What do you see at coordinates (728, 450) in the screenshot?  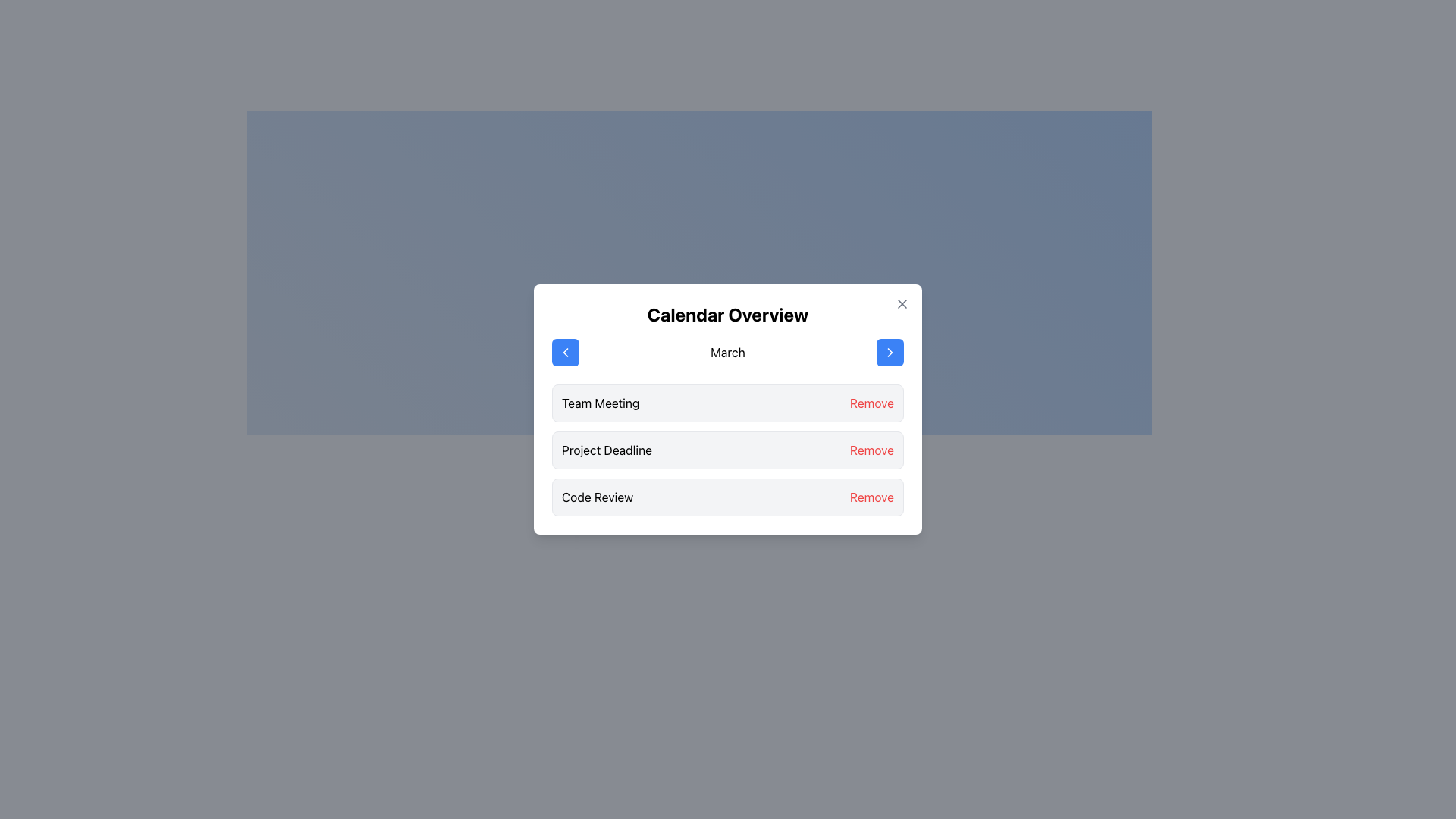 I see `the second list item labeled 'Project Deadline' in the 'Calendar Overview' section` at bounding box center [728, 450].